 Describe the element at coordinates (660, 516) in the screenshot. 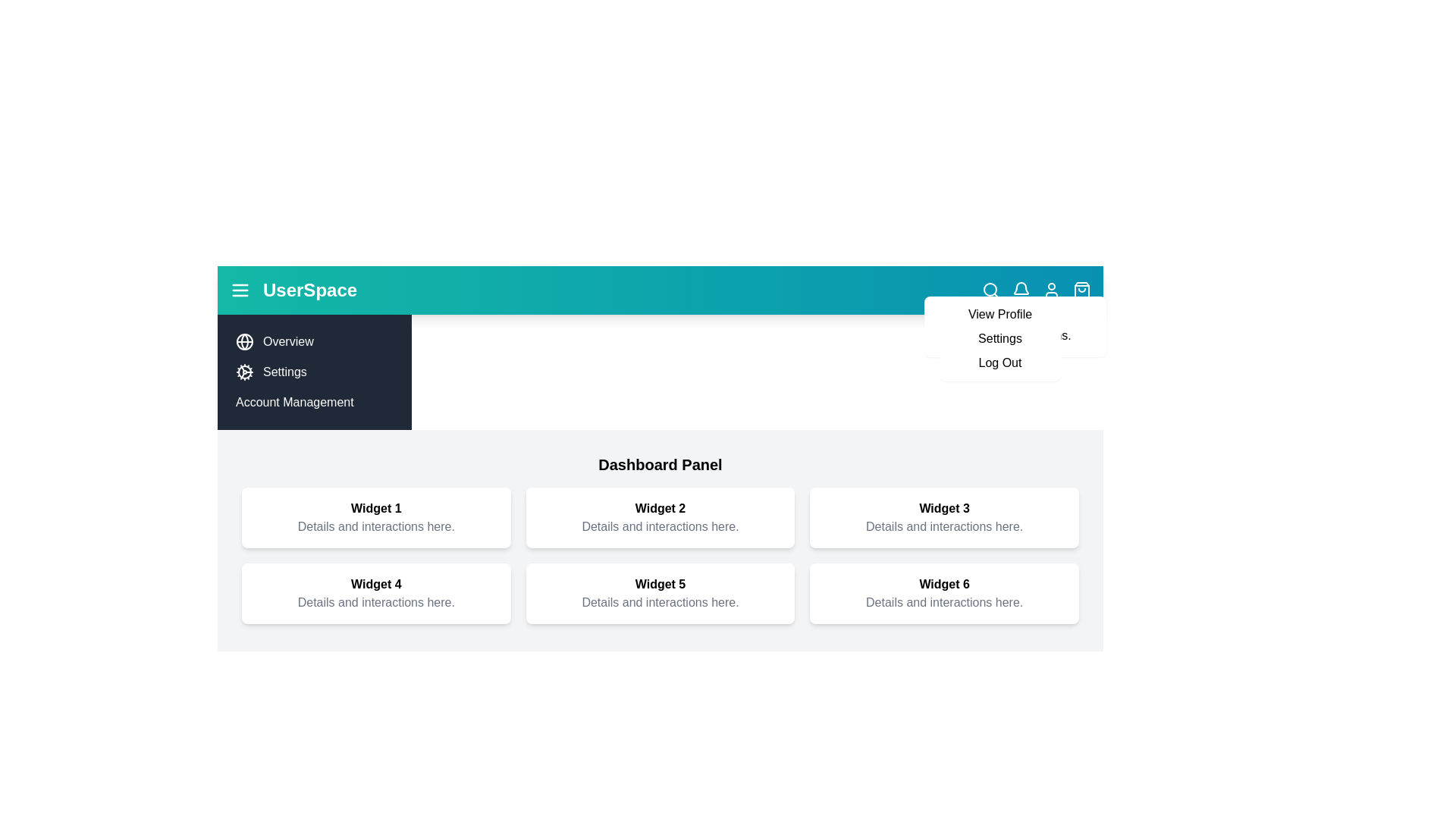

I see `the second information card in the first row of a 3-column grid layout` at that location.